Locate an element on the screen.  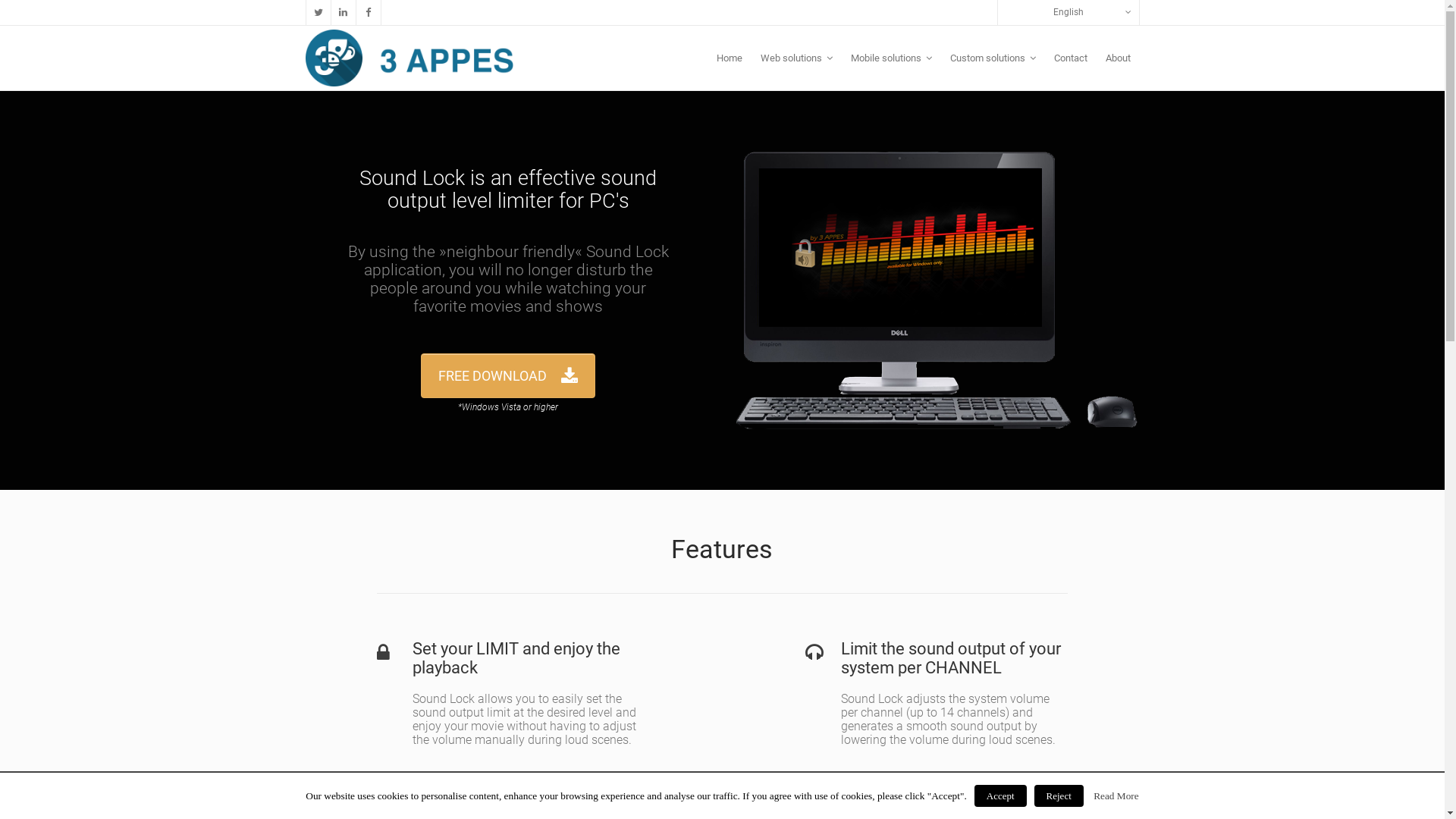
'About' is located at coordinates (1096, 57).